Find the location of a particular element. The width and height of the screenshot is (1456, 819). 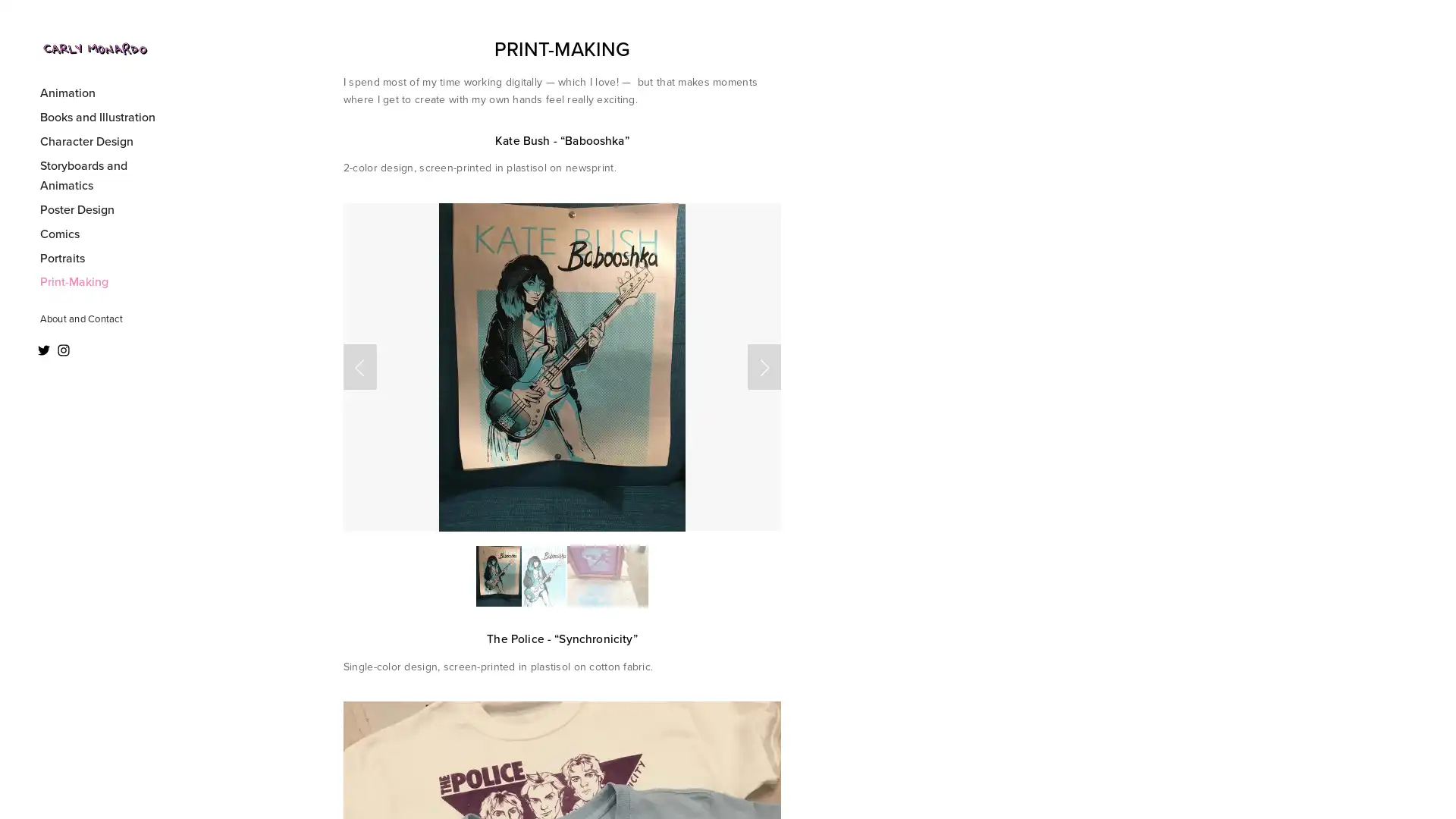

Next Slide is located at coordinates (764, 366).